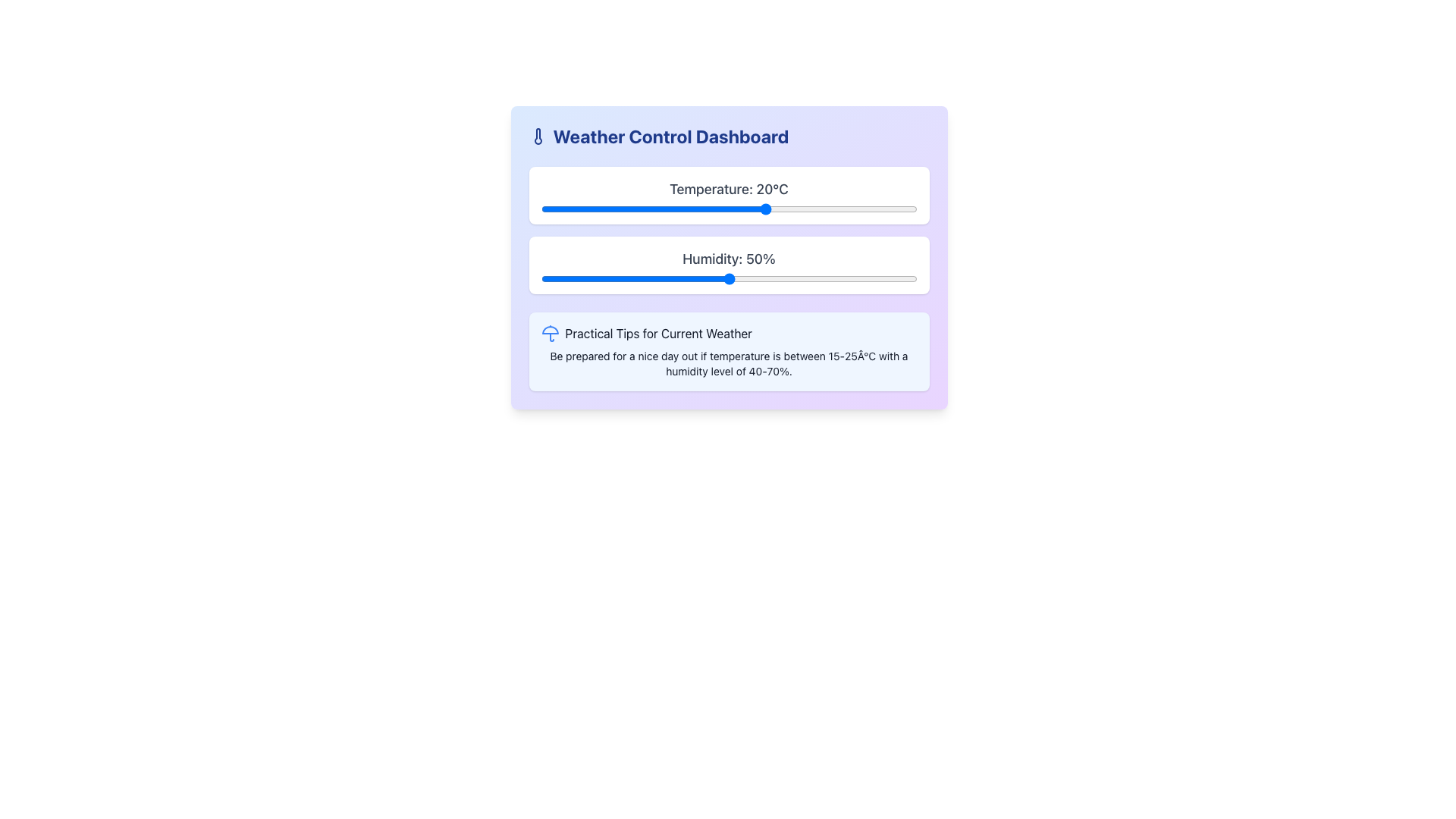 This screenshot has height=819, width=1456. I want to click on the temperature, so click(600, 209).